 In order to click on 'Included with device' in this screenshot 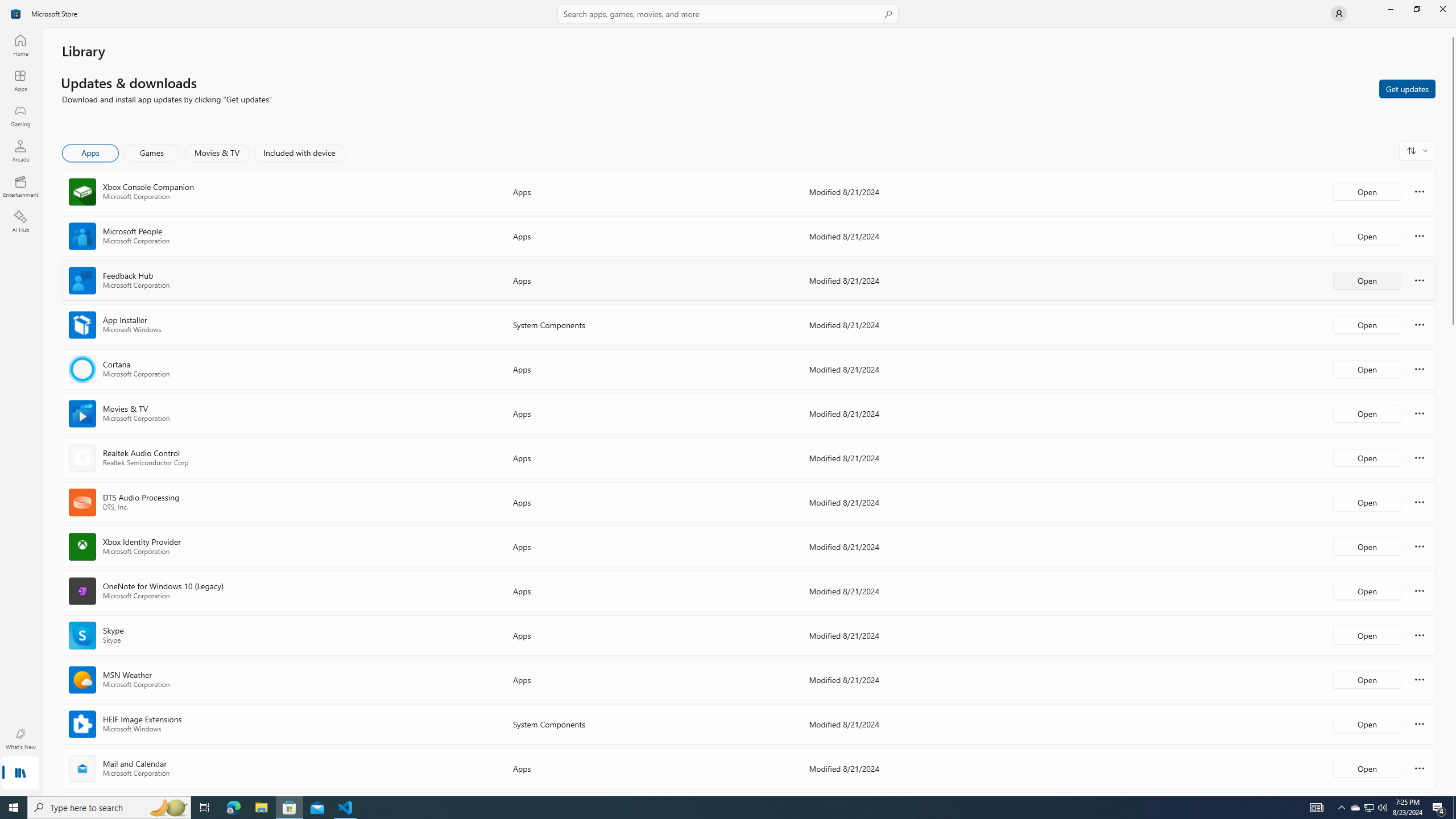, I will do `click(299, 152)`.